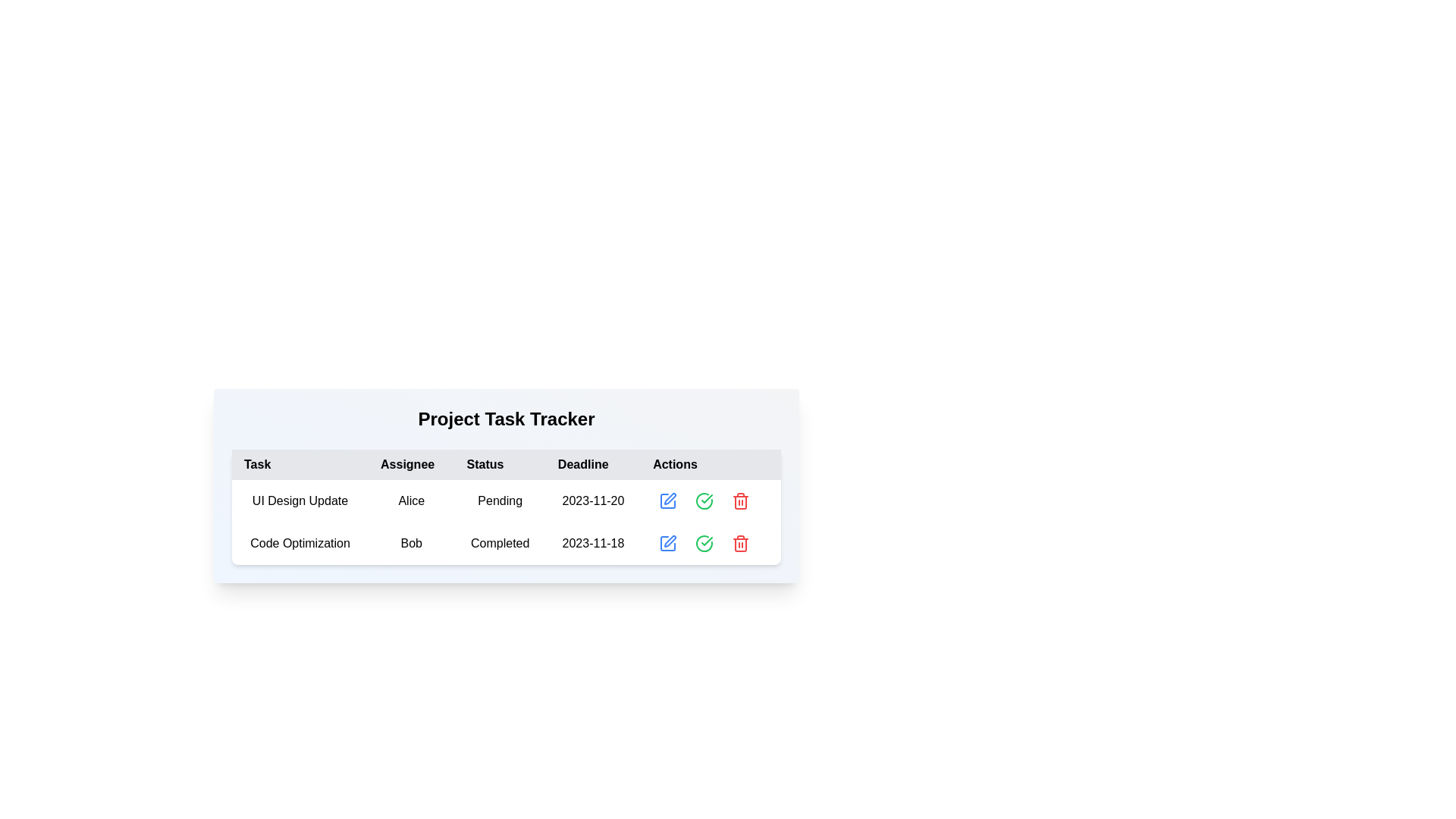  Describe the element at coordinates (506, 507) in the screenshot. I see `a specific data cell in the table located within the 'Project Task Tracker' card, which displays project-related information including tasks and their statuses` at that location.